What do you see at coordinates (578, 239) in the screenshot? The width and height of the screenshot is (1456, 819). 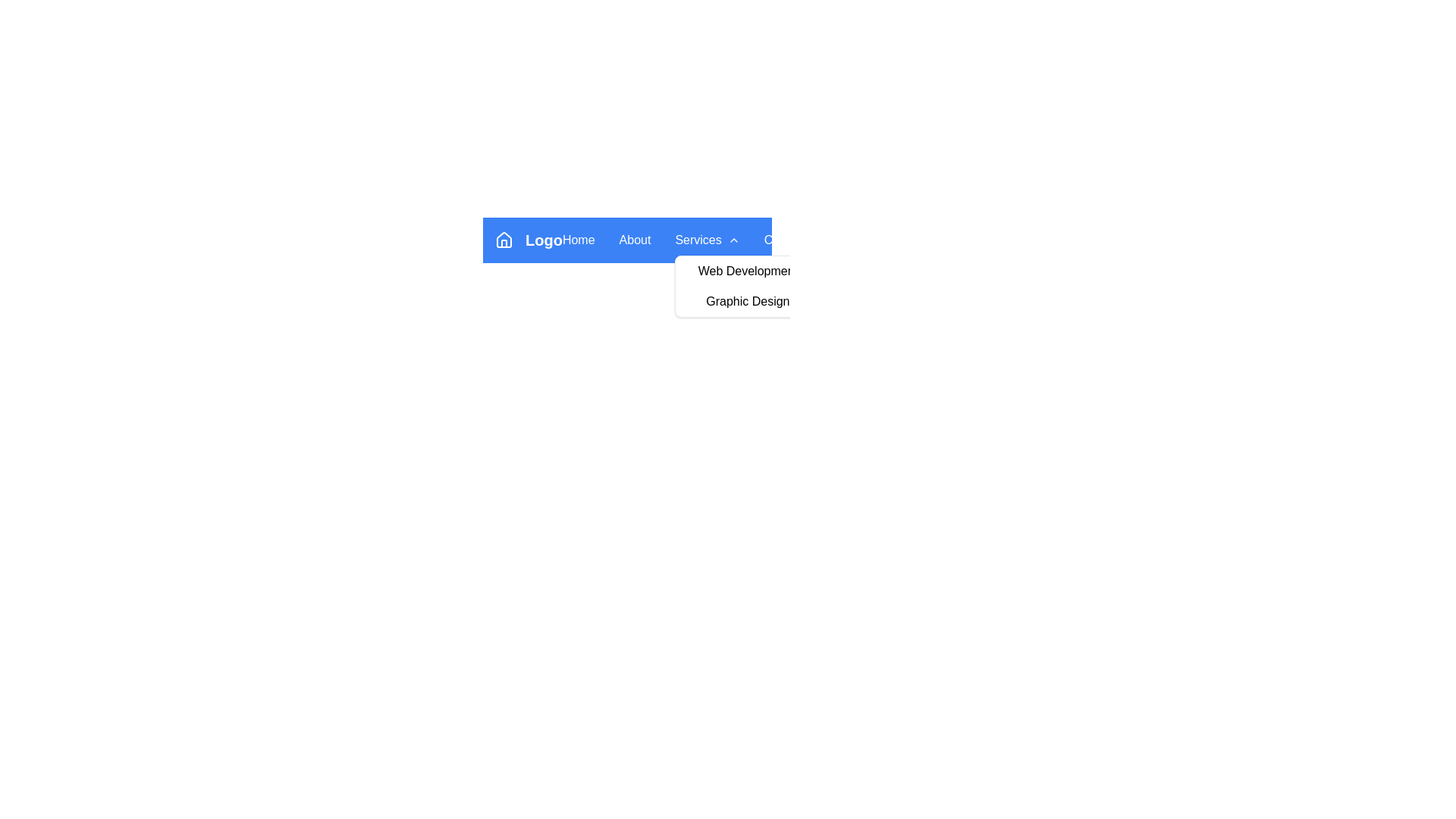 I see `the blue text link labeled 'Home' in the top navigation bar` at bounding box center [578, 239].